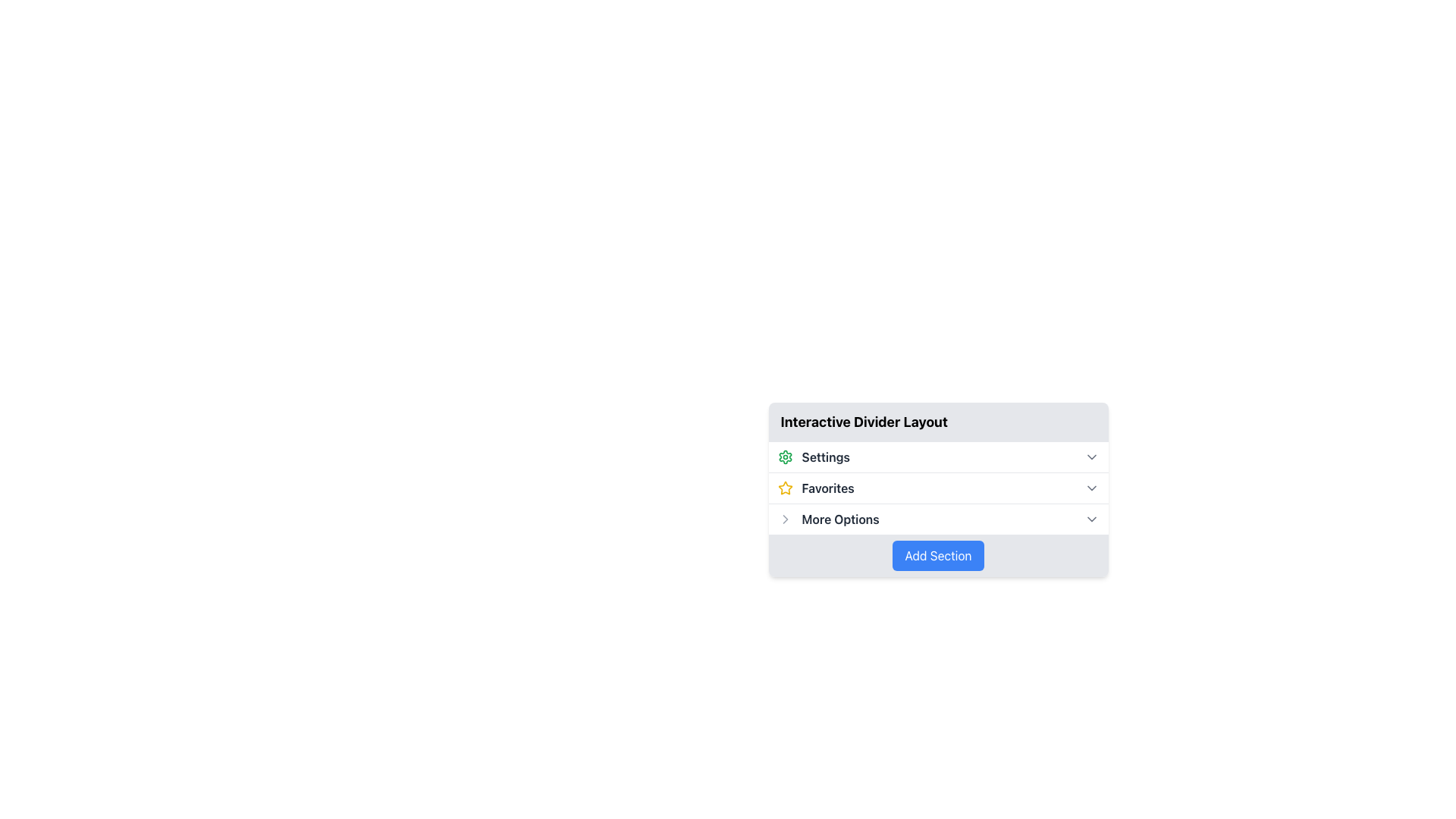 Image resolution: width=1456 pixels, height=819 pixels. I want to click on the gray downward-pointing chevron icon at the right end of the 'Settings' row, so click(1090, 456).